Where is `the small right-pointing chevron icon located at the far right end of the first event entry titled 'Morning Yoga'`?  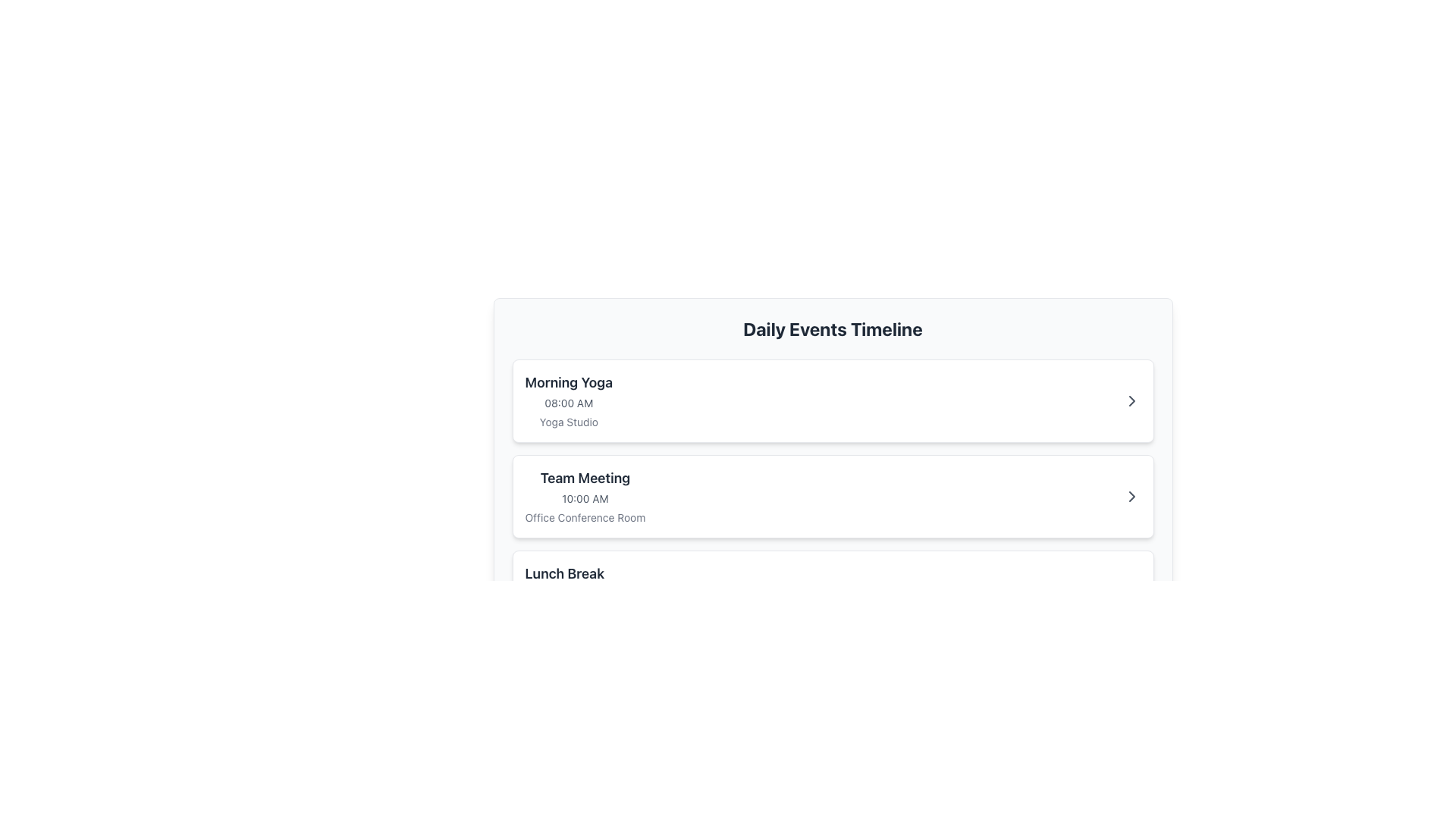
the small right-pointing chevron icon located at the far right end of the first event entry titled 'Morning Yoga' is located at coordinates (1131, 400).